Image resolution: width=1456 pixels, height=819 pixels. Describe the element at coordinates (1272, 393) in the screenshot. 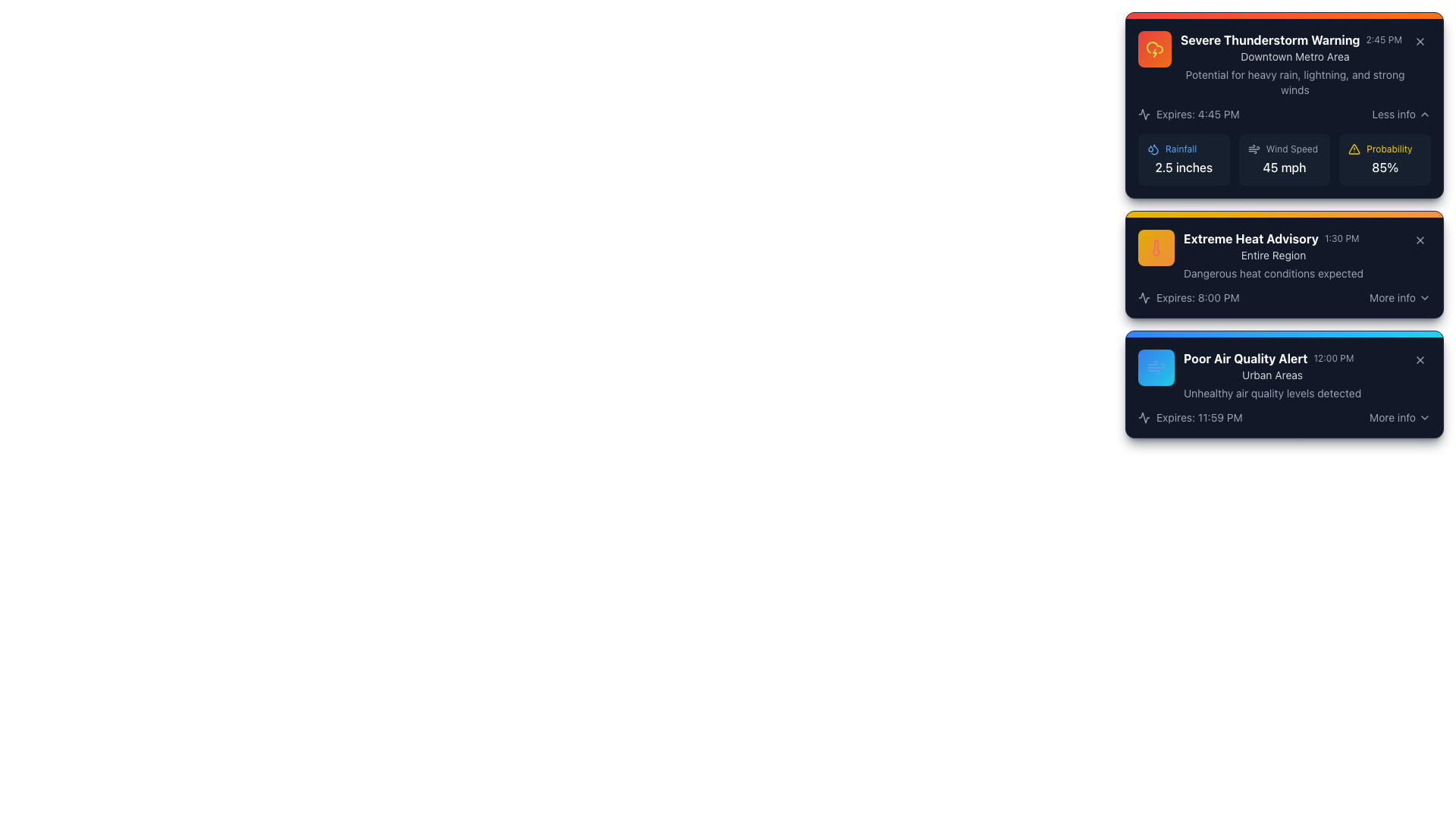

I see `warning text displayed in the text label of the 'Poor Air Quality Alert' notification card, which provides information about air quality severity` at that location.